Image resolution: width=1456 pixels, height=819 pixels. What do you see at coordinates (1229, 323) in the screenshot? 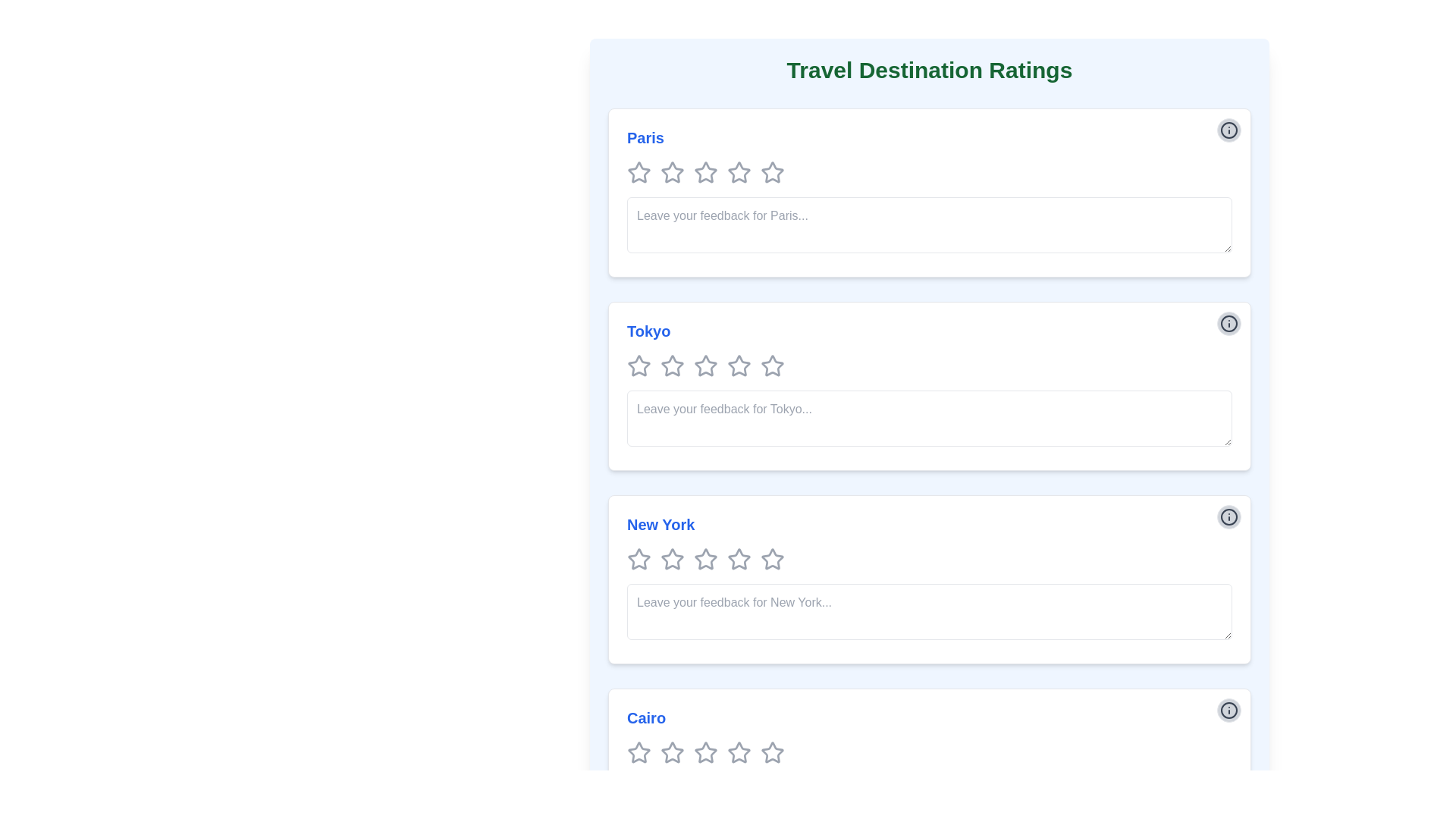
I see `the information icon located at the top right corner of the second section labeled 'Tokyo', which is positioned above the feedback input area` at bounding box center [1229, 323].